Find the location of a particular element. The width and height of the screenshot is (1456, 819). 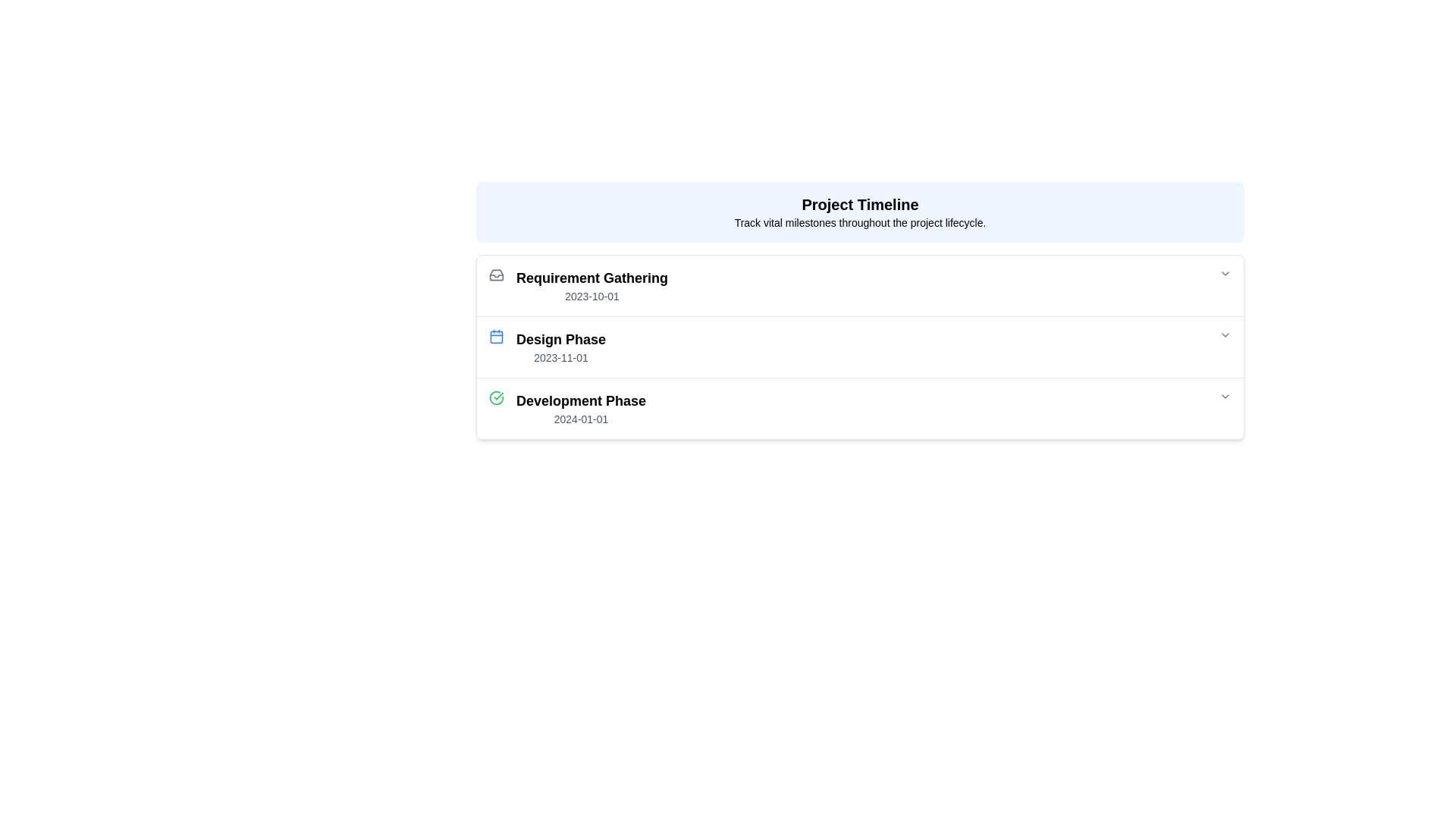

the 'Design Phase' text label which is styled as a section title in bold and slightly larger font is located at coordinates (560, 338).